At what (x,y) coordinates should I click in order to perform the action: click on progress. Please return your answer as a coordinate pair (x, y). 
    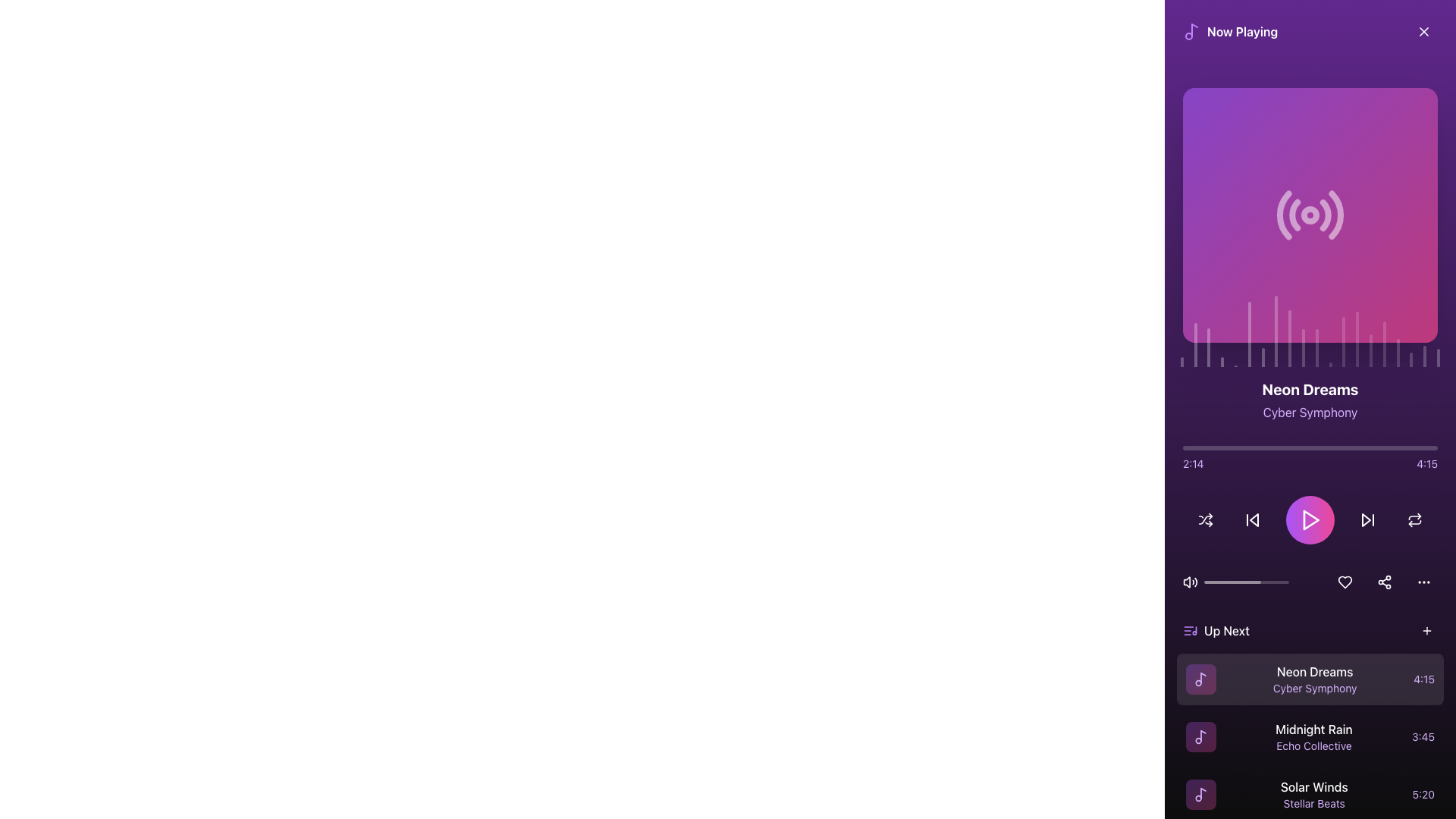
    Looking at the image, I should click on (1329, 447).